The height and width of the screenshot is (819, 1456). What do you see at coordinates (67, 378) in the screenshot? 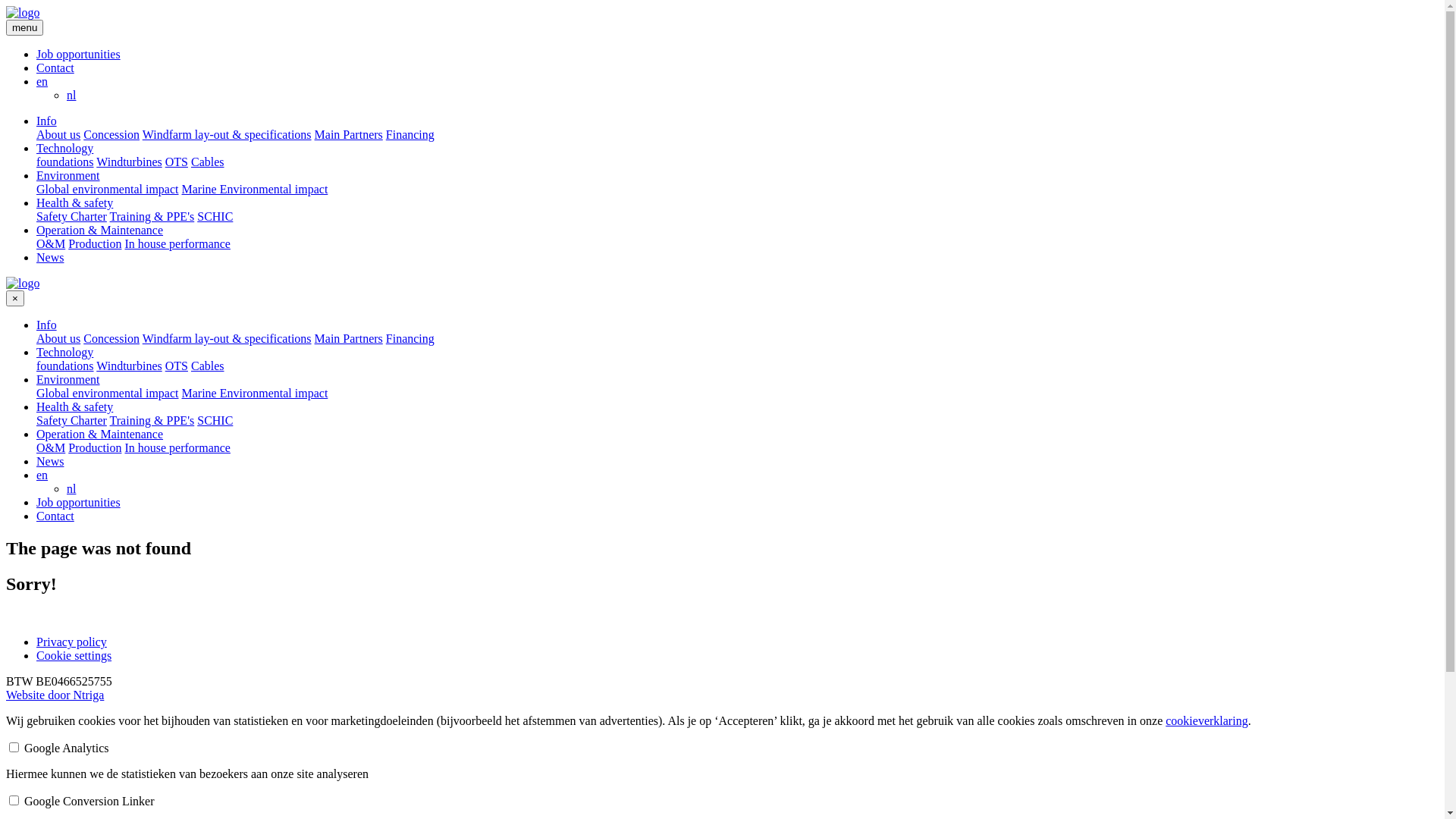
I see `'Environment'` at bounding box center [67, 378].